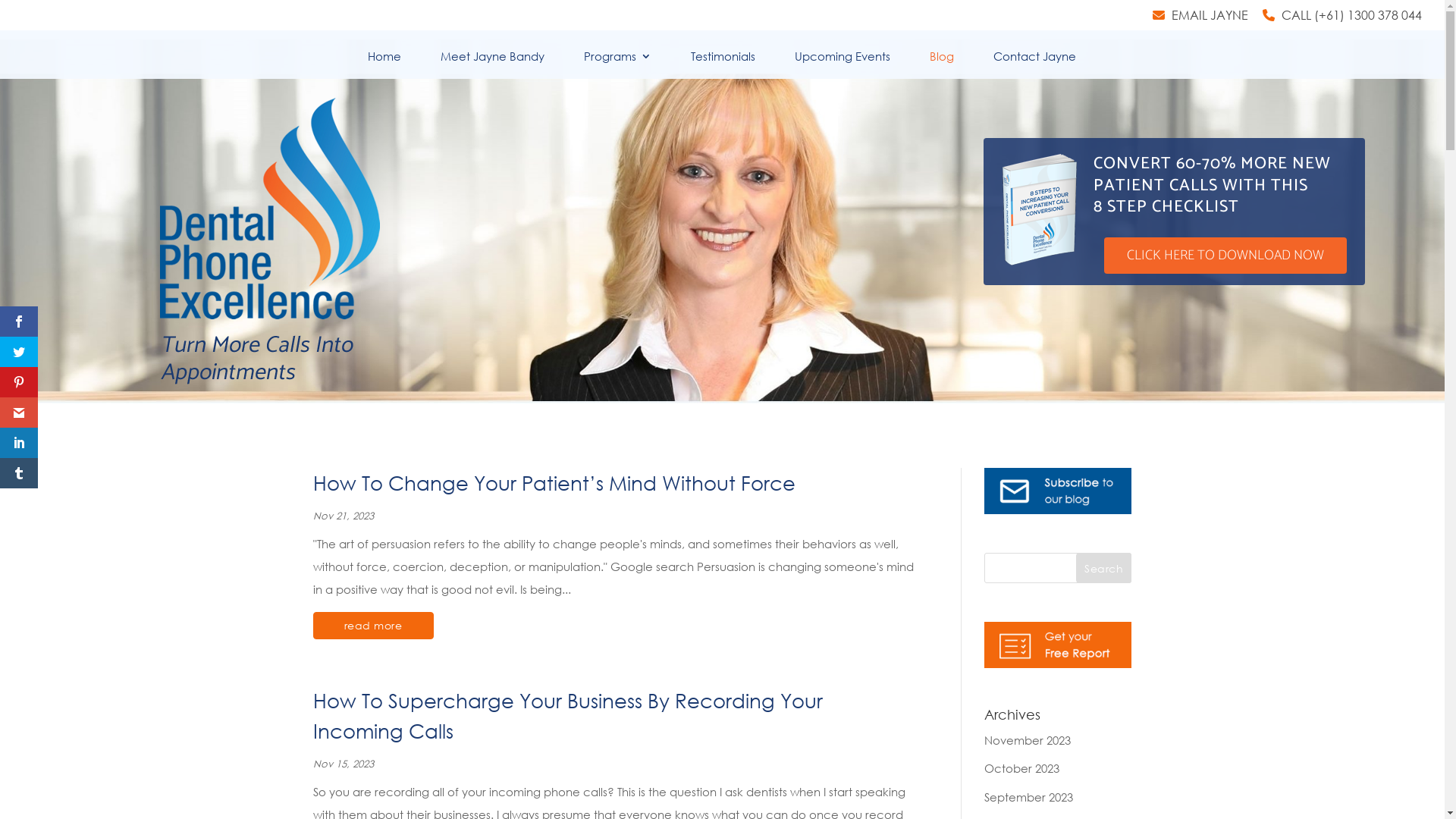  I want to click on 'Programs', so click(617, 64).